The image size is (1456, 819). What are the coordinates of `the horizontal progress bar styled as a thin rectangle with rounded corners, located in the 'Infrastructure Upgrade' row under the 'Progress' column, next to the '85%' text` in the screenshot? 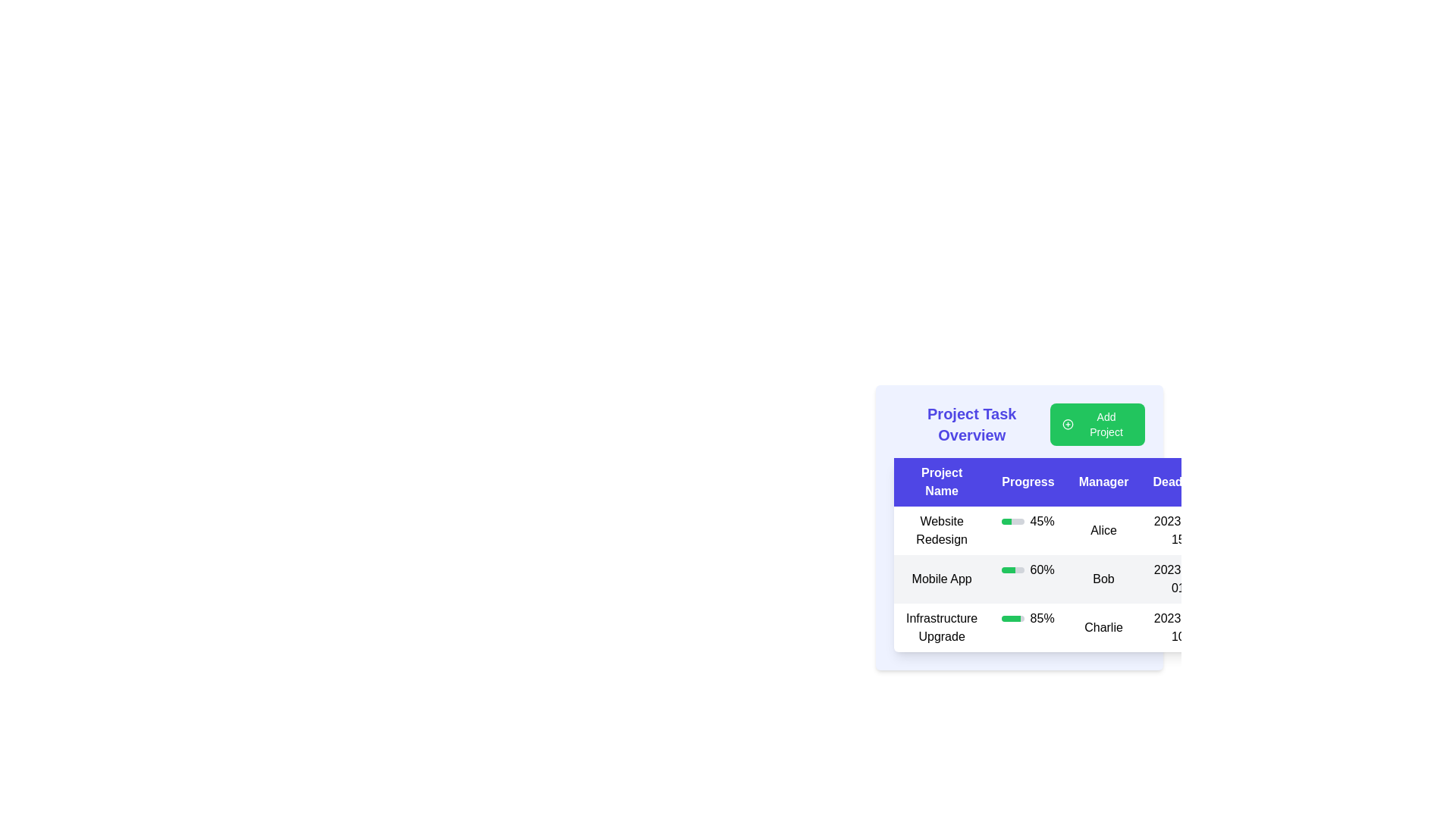 It's located at (1012, 619).